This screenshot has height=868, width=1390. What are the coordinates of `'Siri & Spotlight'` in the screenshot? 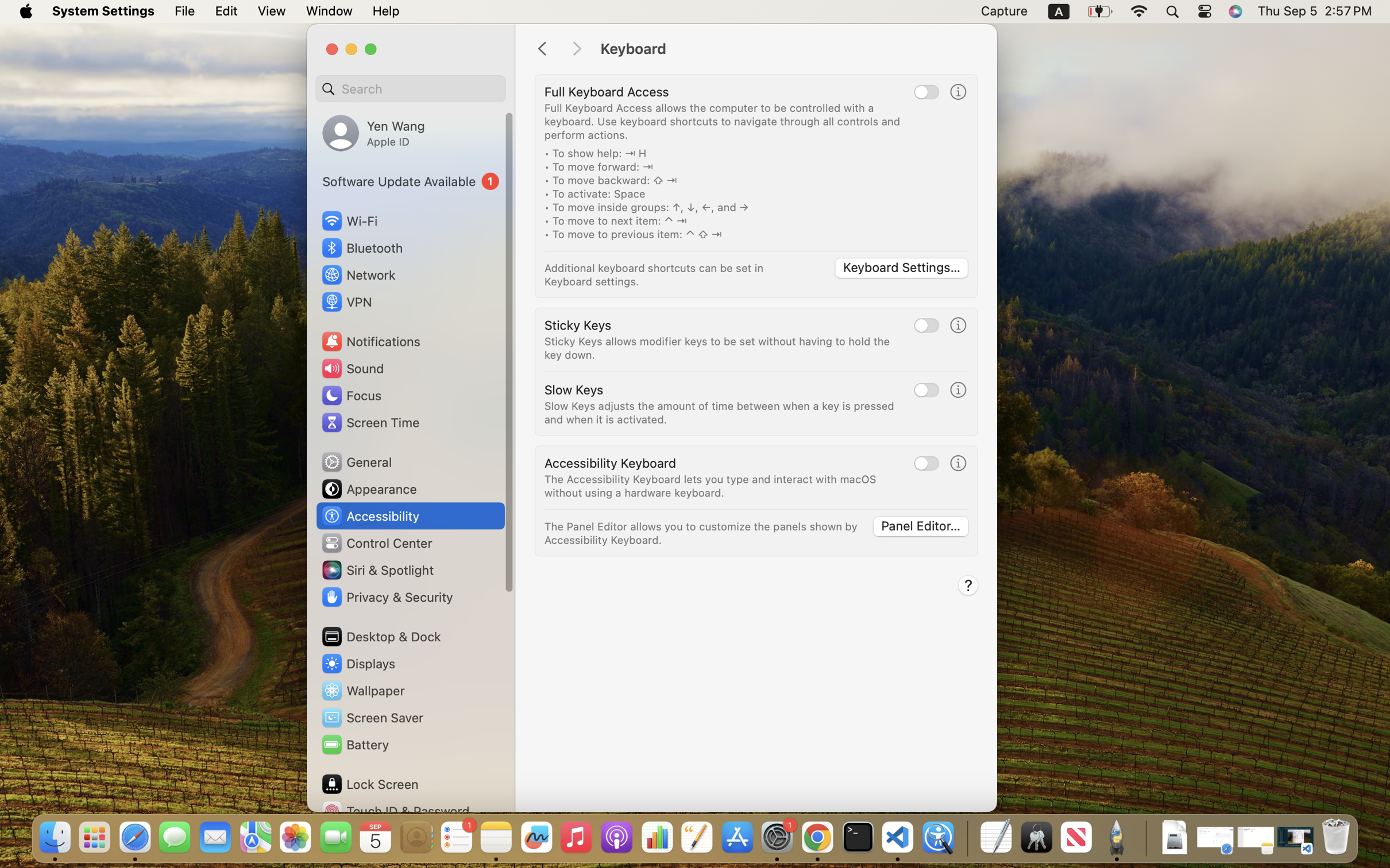 It's located at (376, 569).